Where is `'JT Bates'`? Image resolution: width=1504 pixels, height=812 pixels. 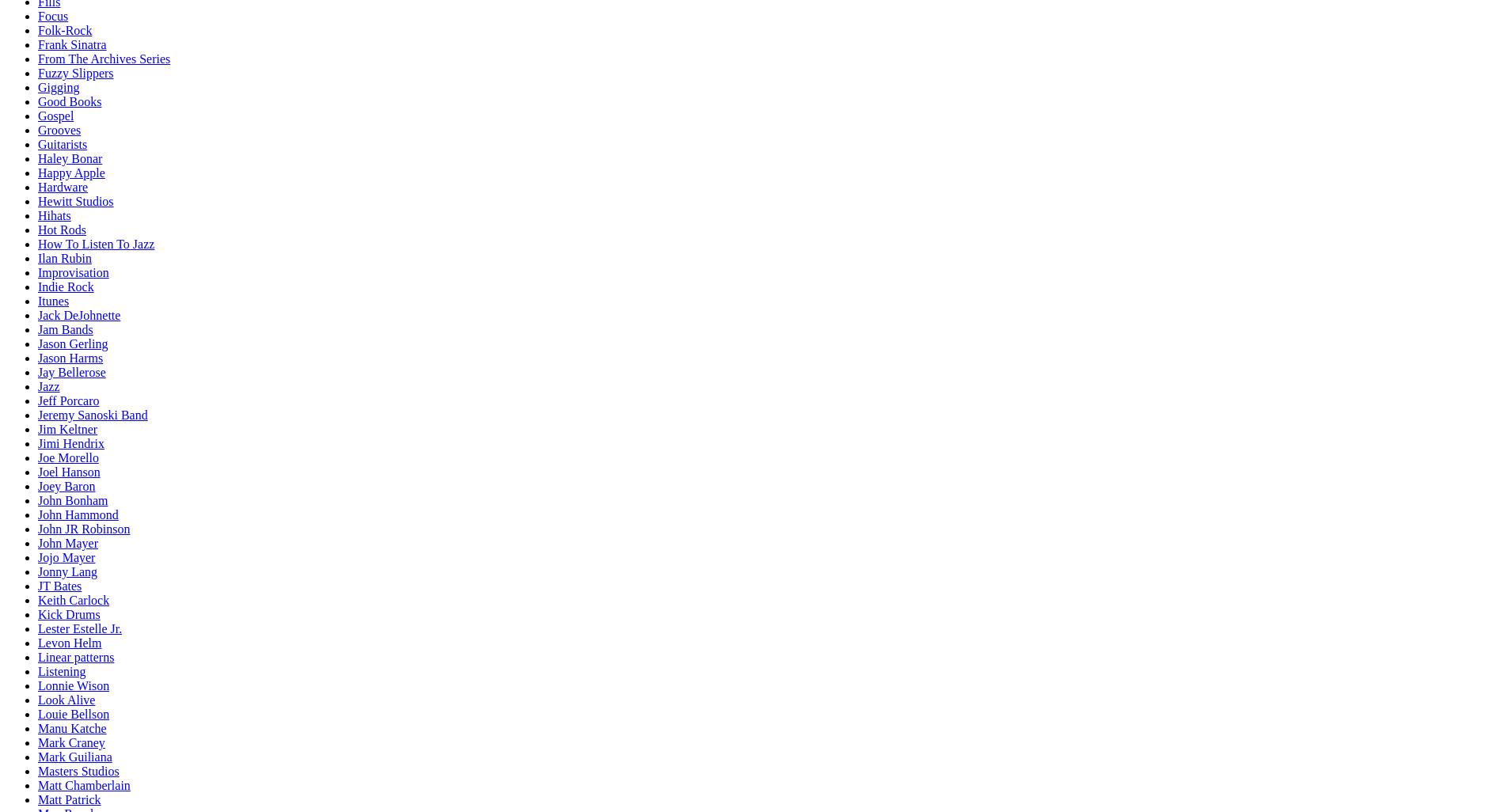
'JT Bates' is located at coordinates (59, 586).